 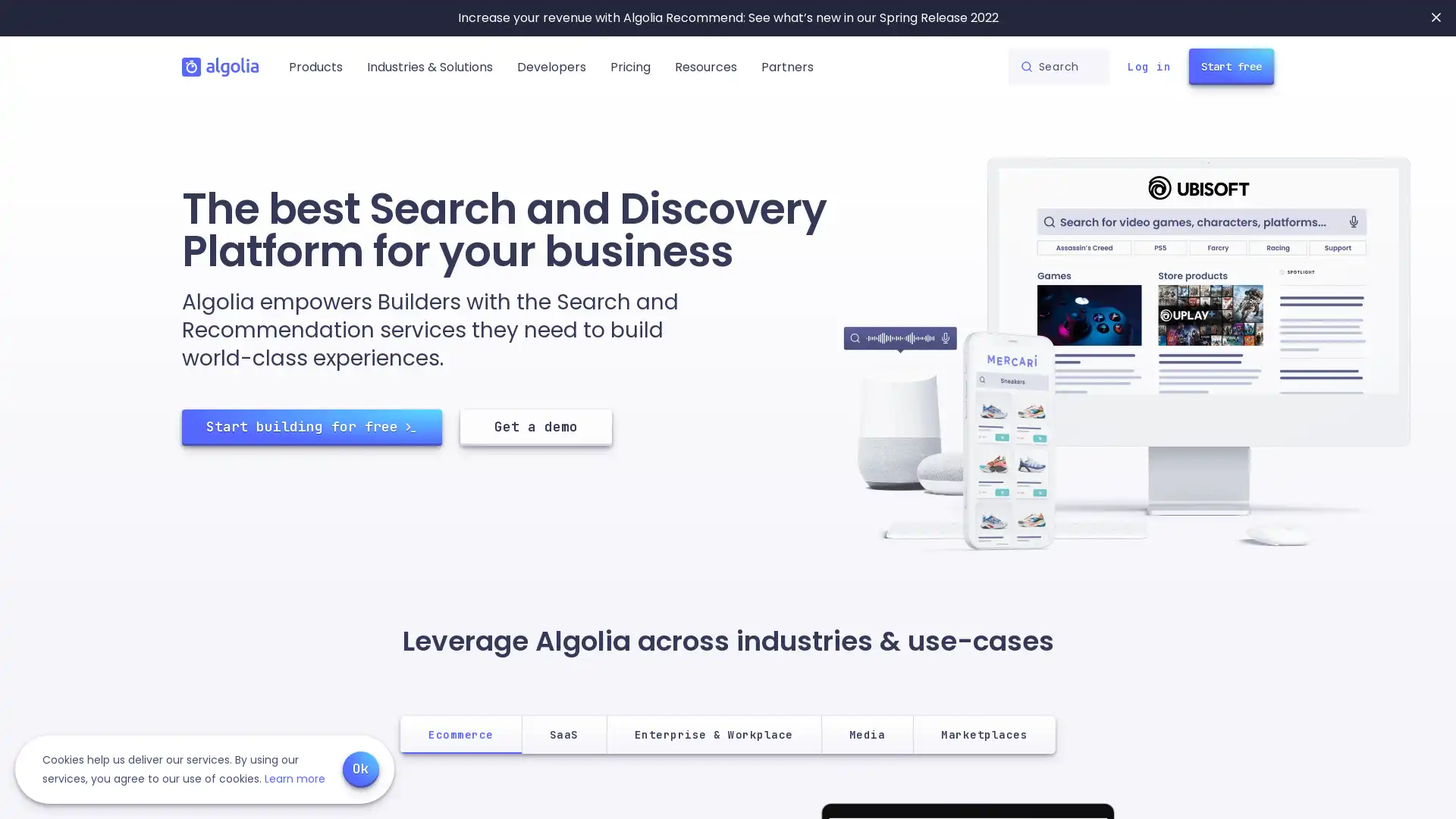 What do you see at coordinates (866, 733) in the screenshot?
I see `Media` at bounding box center [866, 733].